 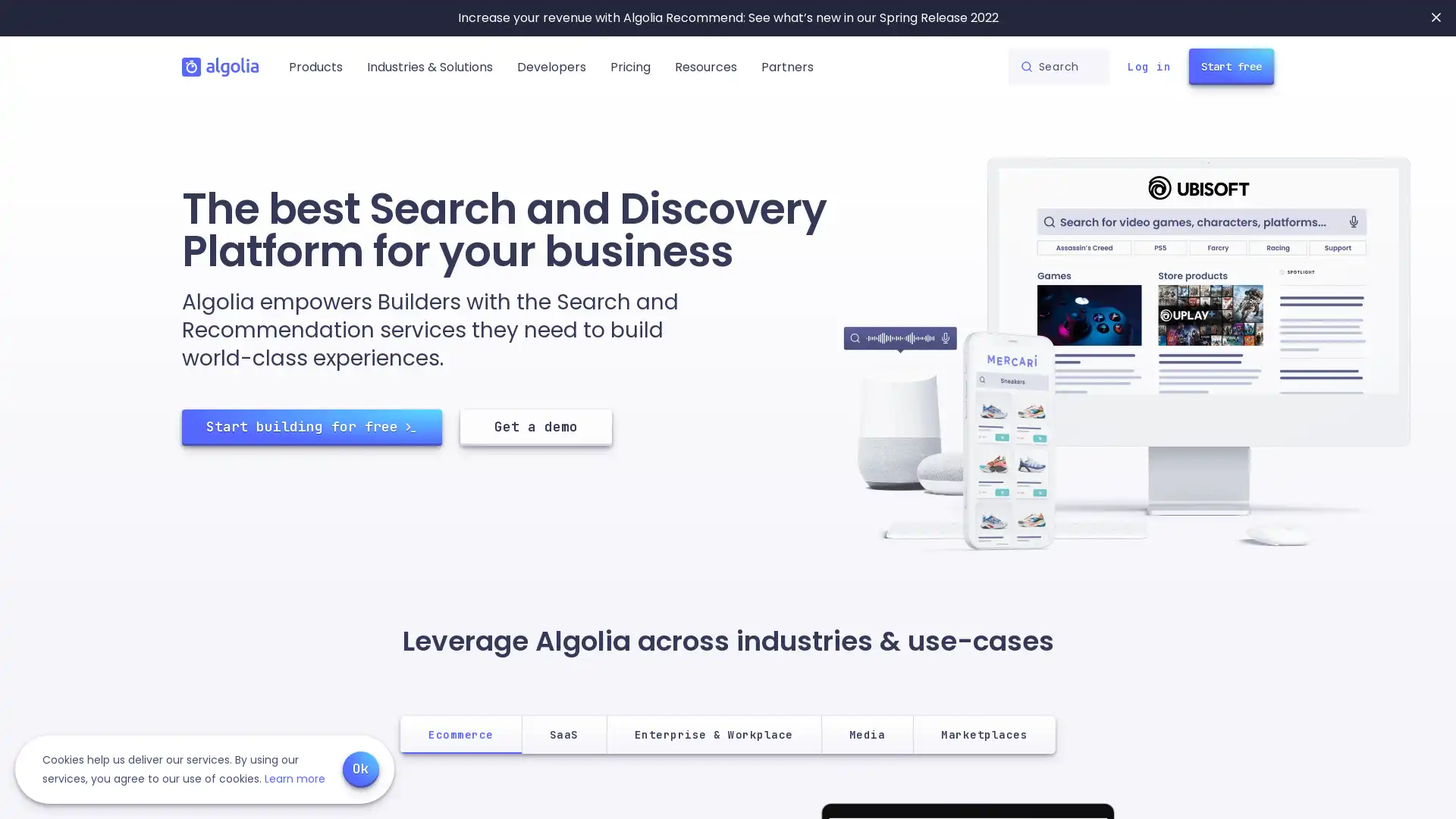 What do you see at coordinates (866, 733) in the screenshot?
I see `Media` at bounding box center [866, 733].